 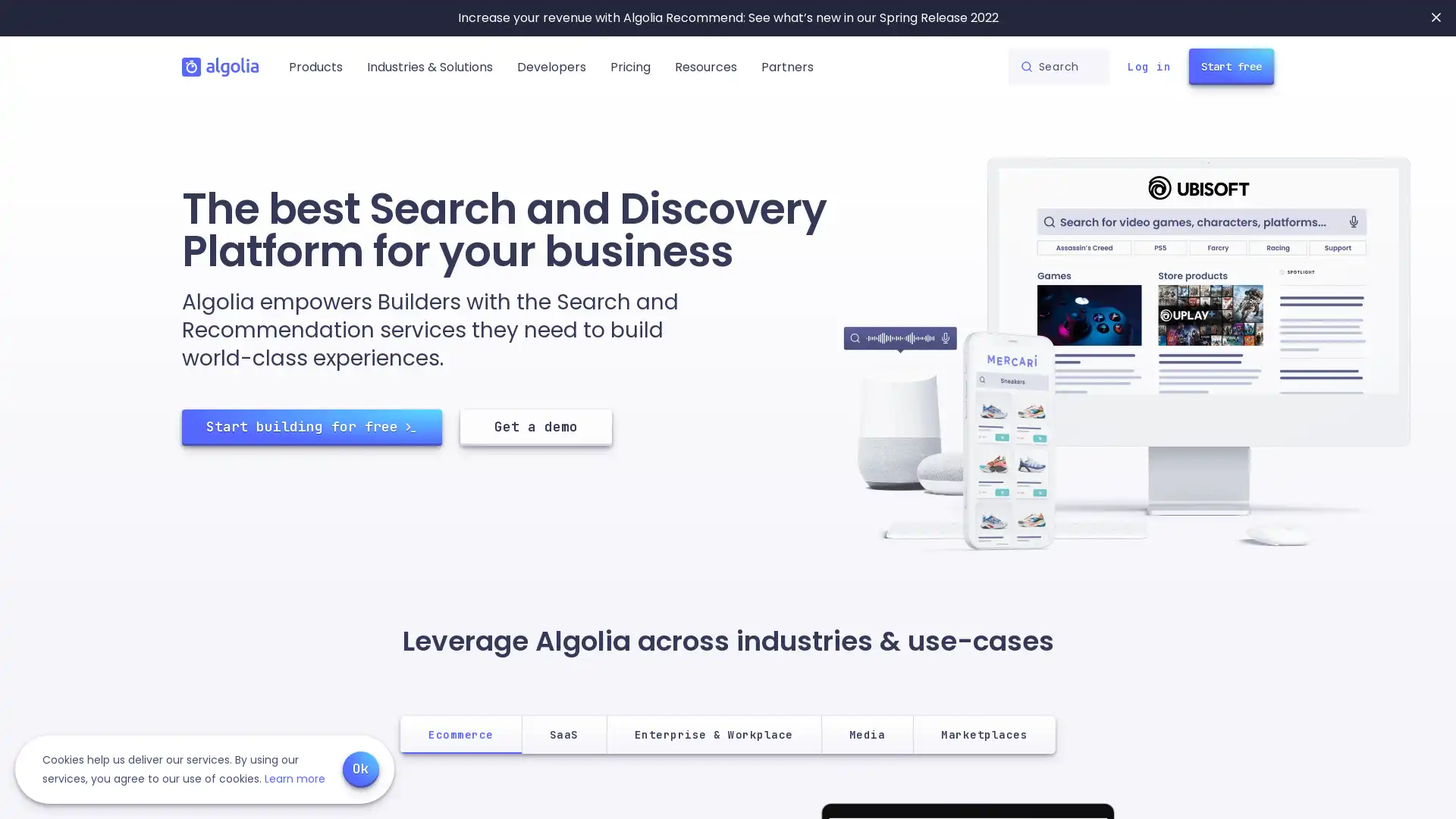 What do you see at coordinates (866, 733) in the screenshot?
I see `Media` at bounding box center [866, 733].